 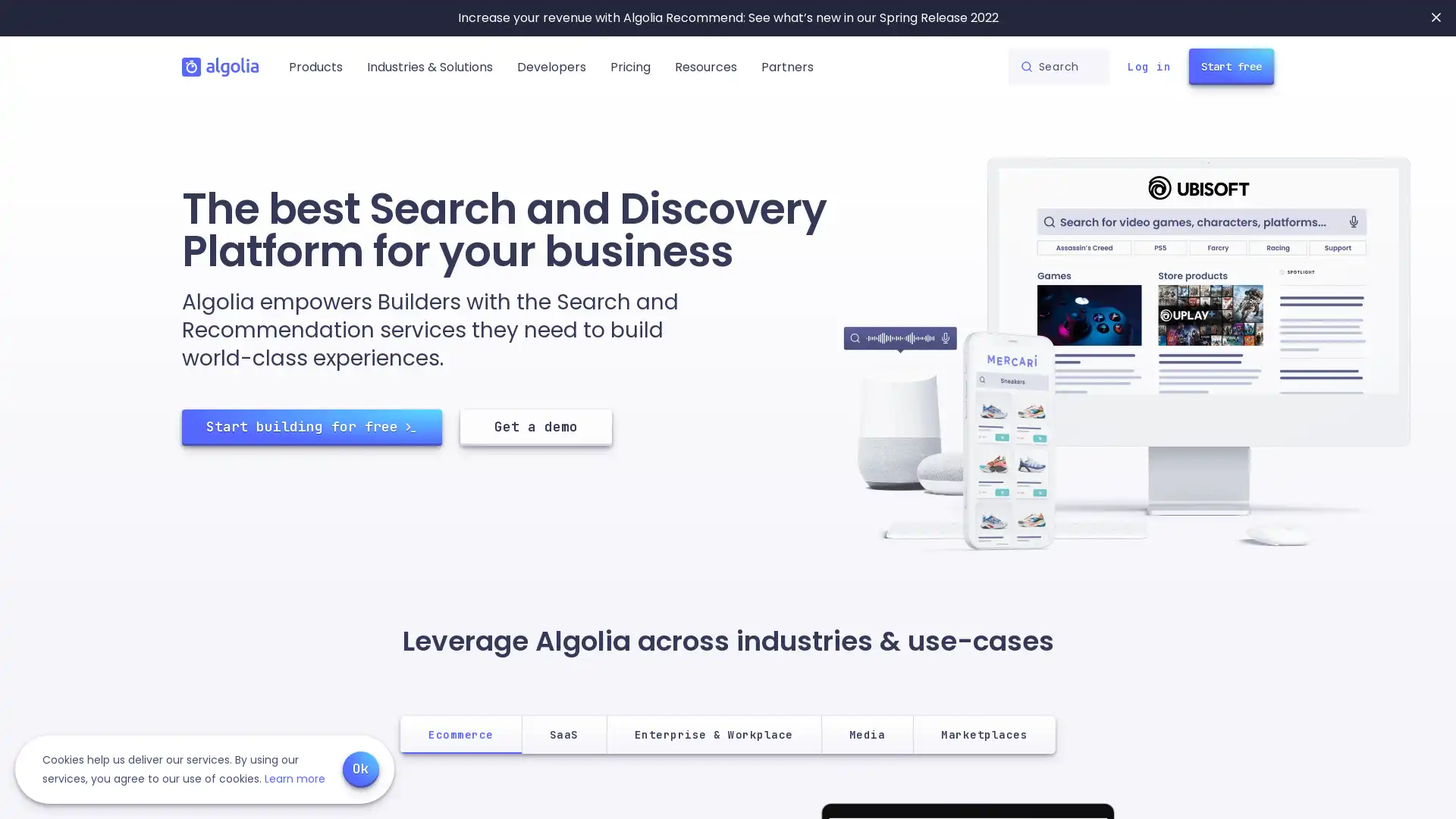 What do you see at coordinates (866, 733) in the screenshot?
I see `Media` at bounding box center [866, 733].